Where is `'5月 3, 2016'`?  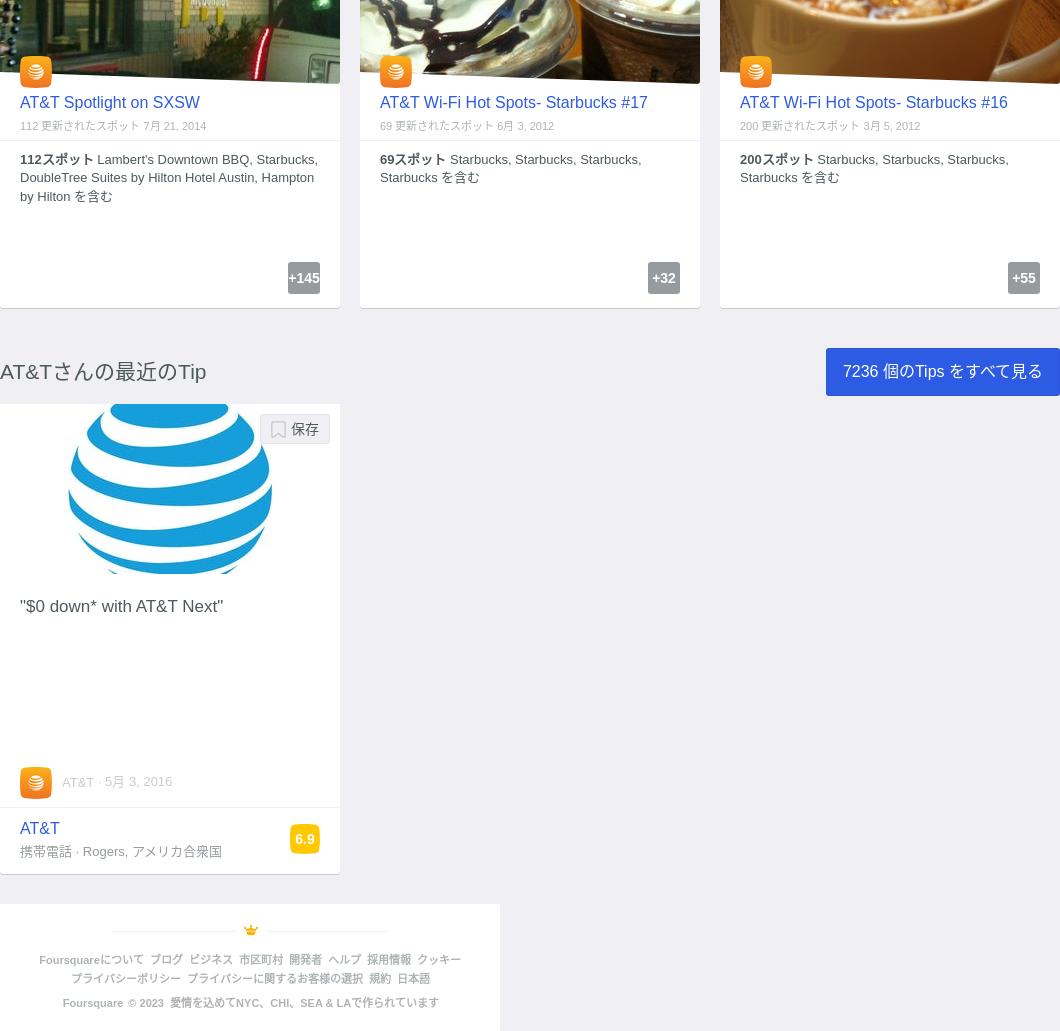 '5月 3, 2016' is located at coordinates (137, 780).